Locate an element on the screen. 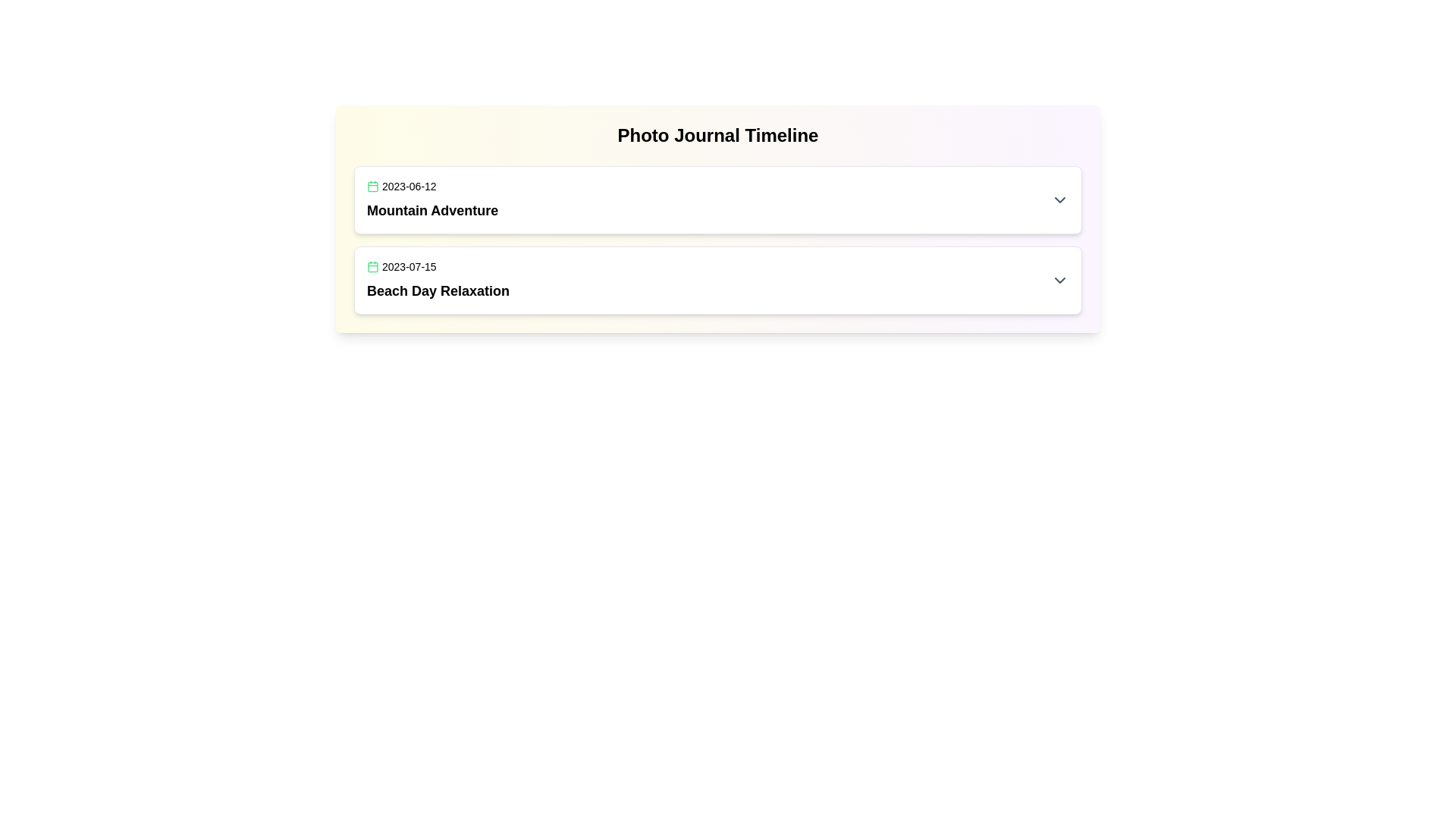  the text label 'Beach Day Relaxation' which is prominently displayed in bold and larger font size, located directly below the date '2023-07-15' in the timeline interface is located at coordinates (438, 291).